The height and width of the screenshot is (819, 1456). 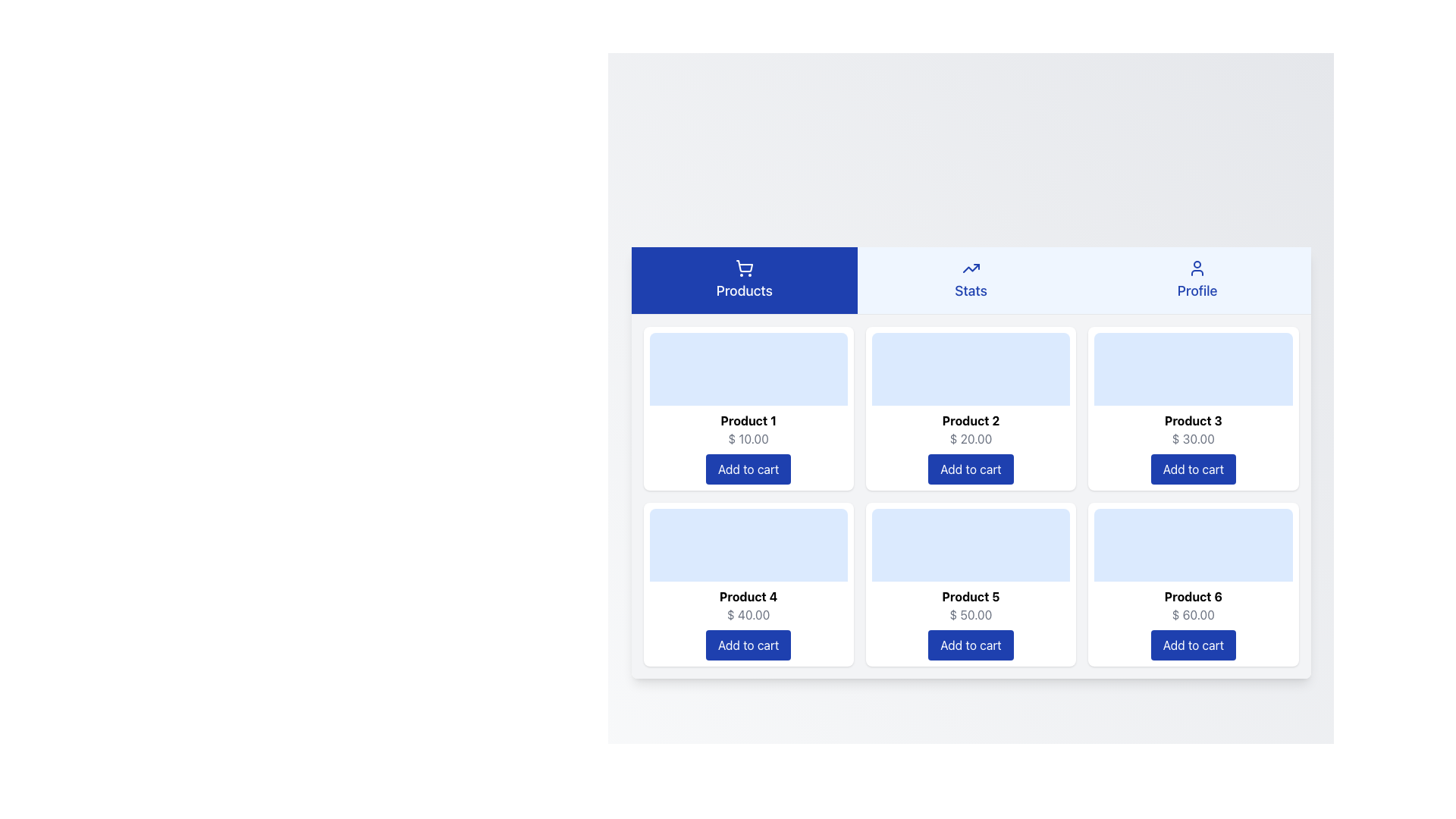 What do you see at coordinates (748, 420) in the screenshot?
I see `the 'Product 1' text label, which is bold and black, positioned between a light blue rectangle and a price label in the first item card of a grid layout` at bounding box center [748, 420].